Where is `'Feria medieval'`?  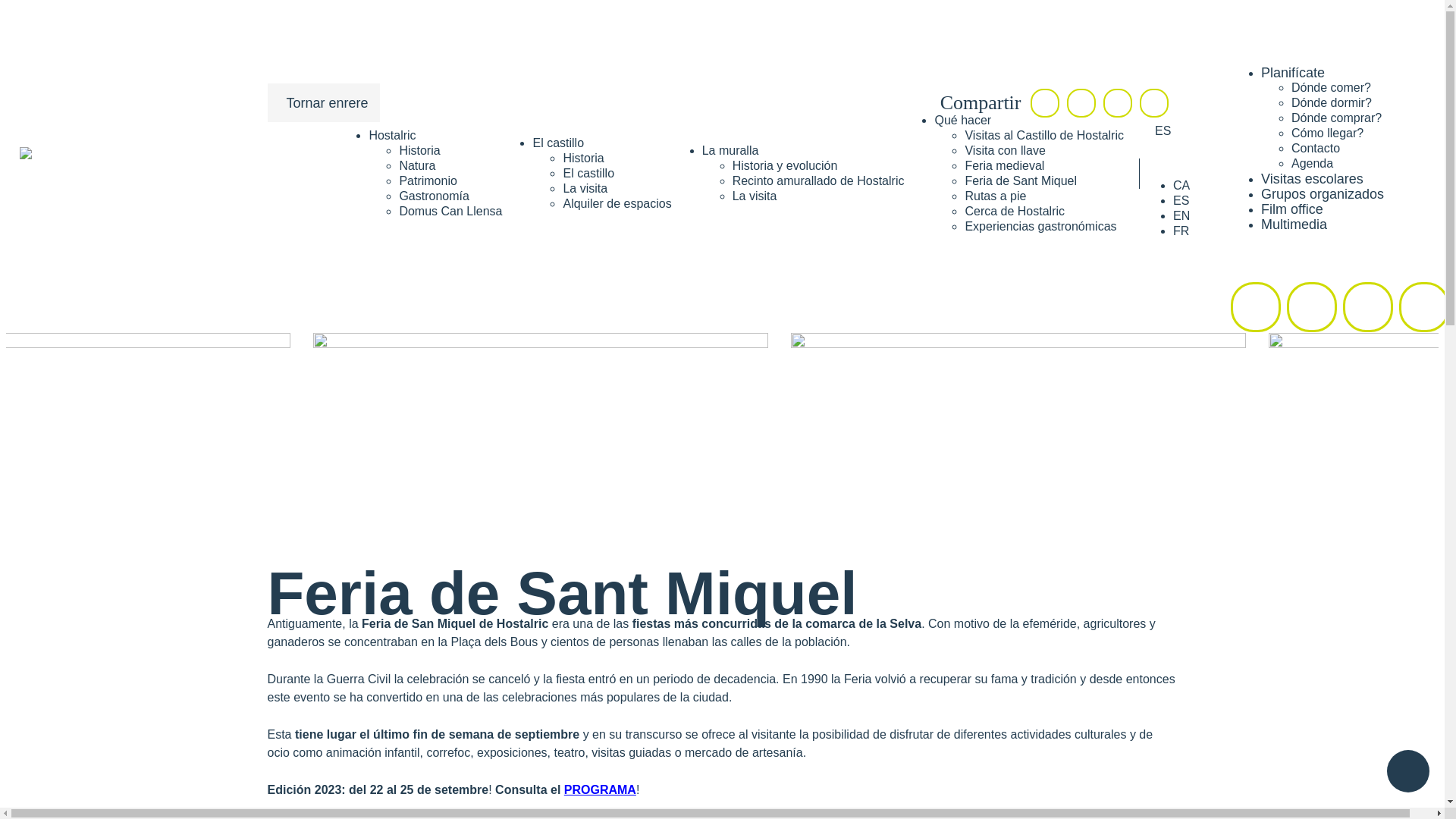
'Feria medieval' is located at coordinates (1004, 165).